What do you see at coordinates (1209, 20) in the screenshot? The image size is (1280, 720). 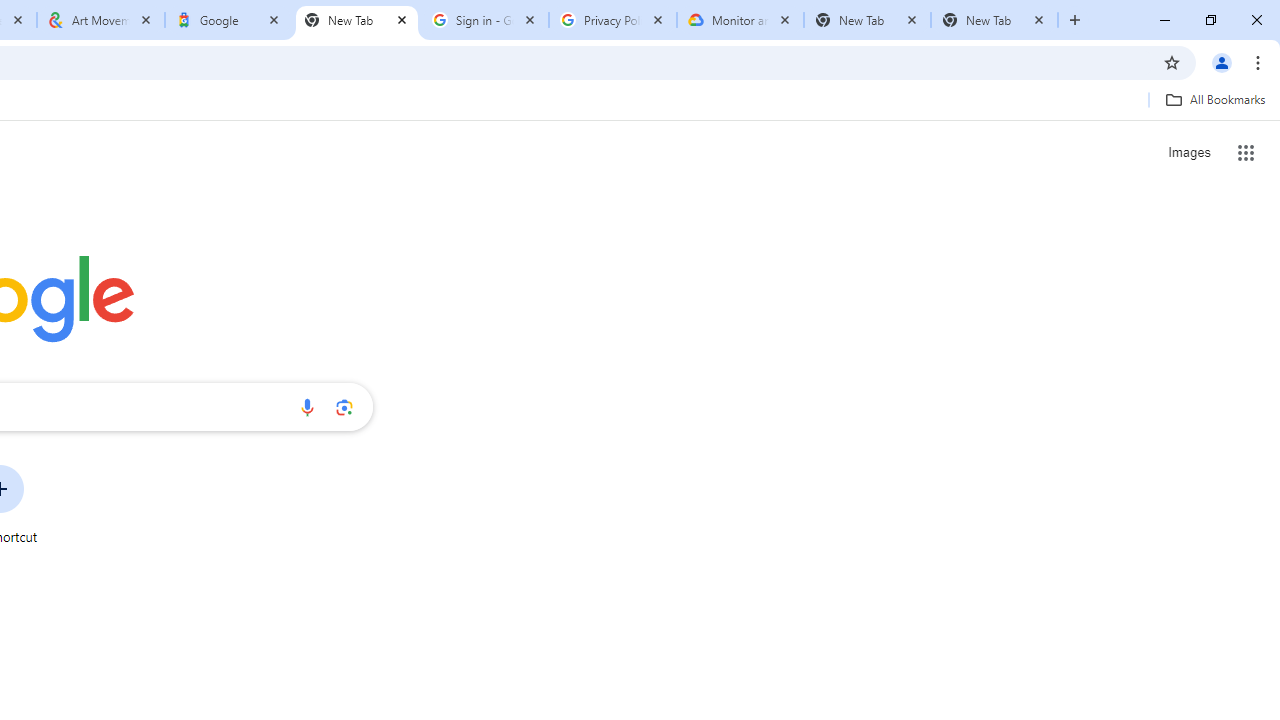 I see `'Restore'` at bounding box center [1209, 20].